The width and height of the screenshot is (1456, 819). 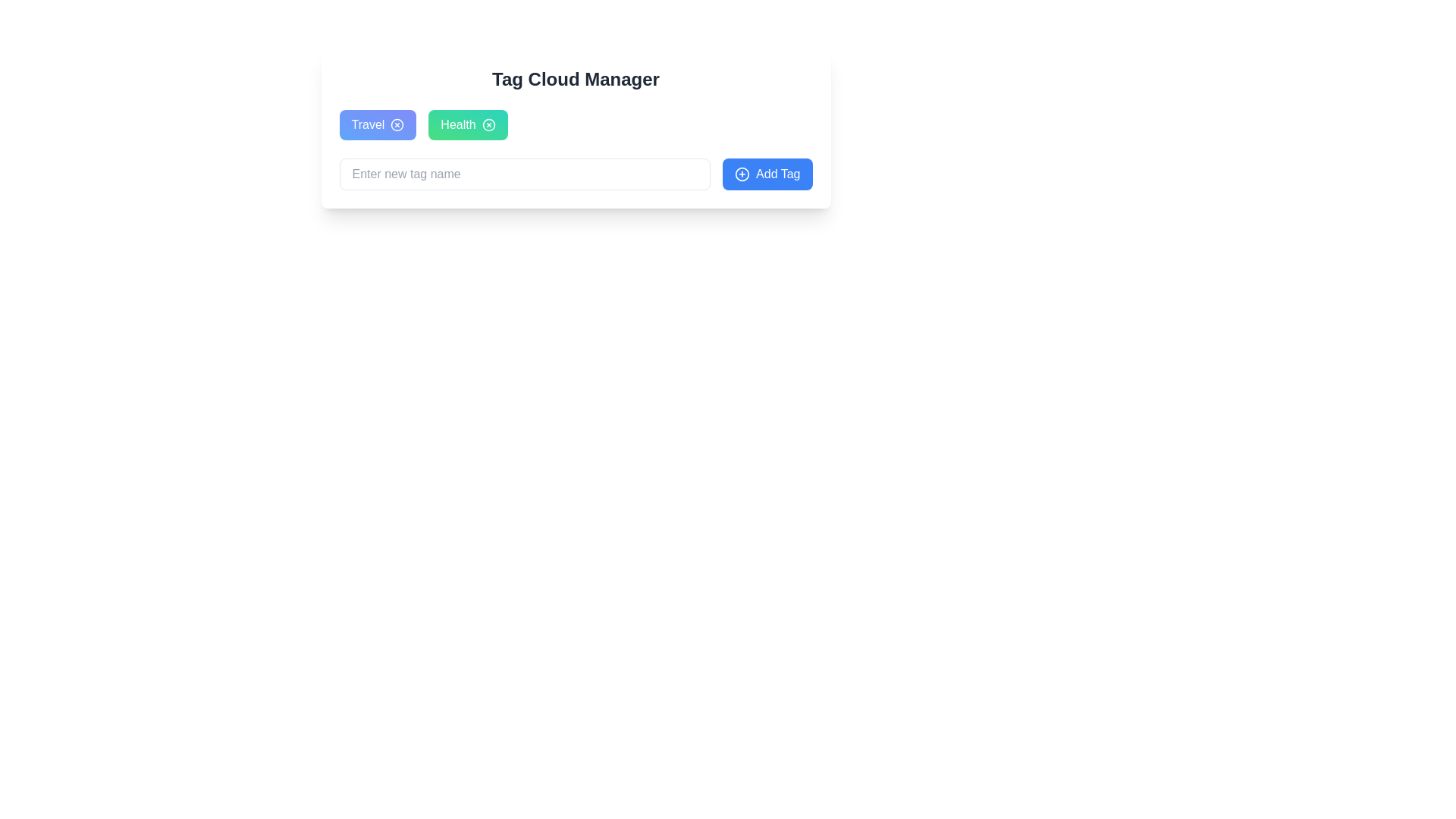 What do you see at coordinates (378, 124) in the screenshot?
I see `the 'Travel' tag button-like component` at bounding box center [378, 124].